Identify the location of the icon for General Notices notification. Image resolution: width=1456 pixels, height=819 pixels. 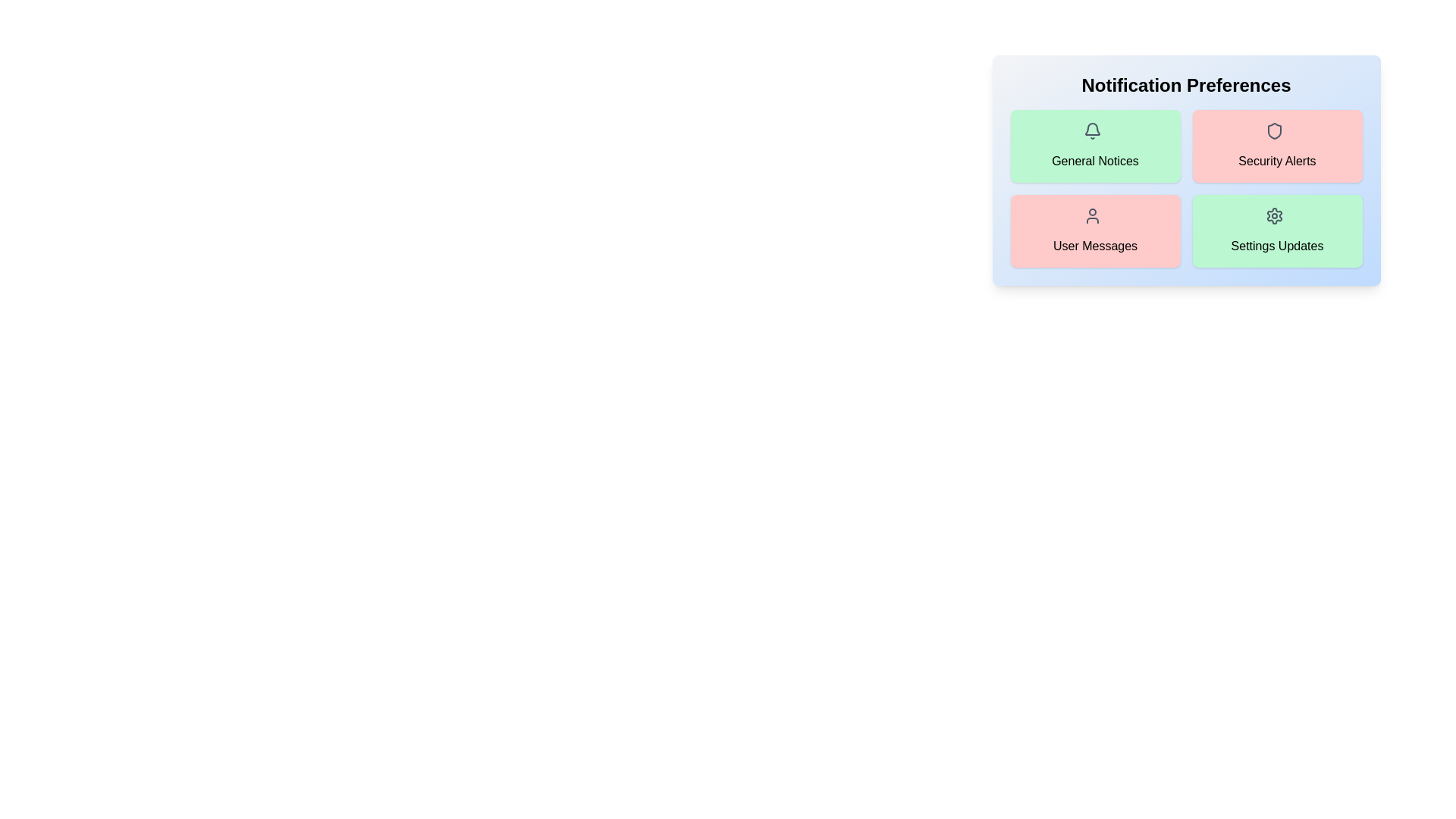
(1095, 133).